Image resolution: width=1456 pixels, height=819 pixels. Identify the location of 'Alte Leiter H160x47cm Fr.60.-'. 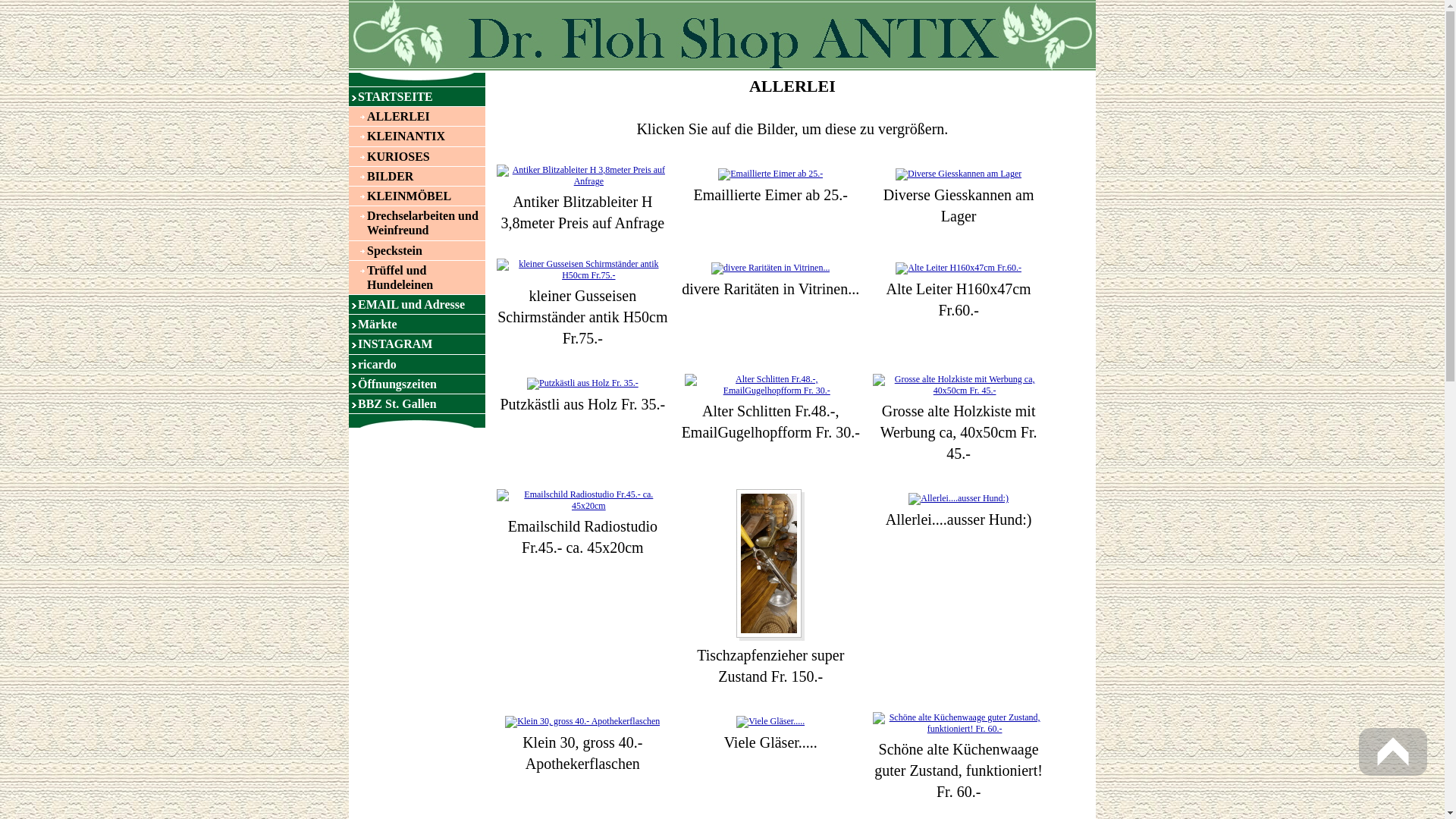
(957, 267).